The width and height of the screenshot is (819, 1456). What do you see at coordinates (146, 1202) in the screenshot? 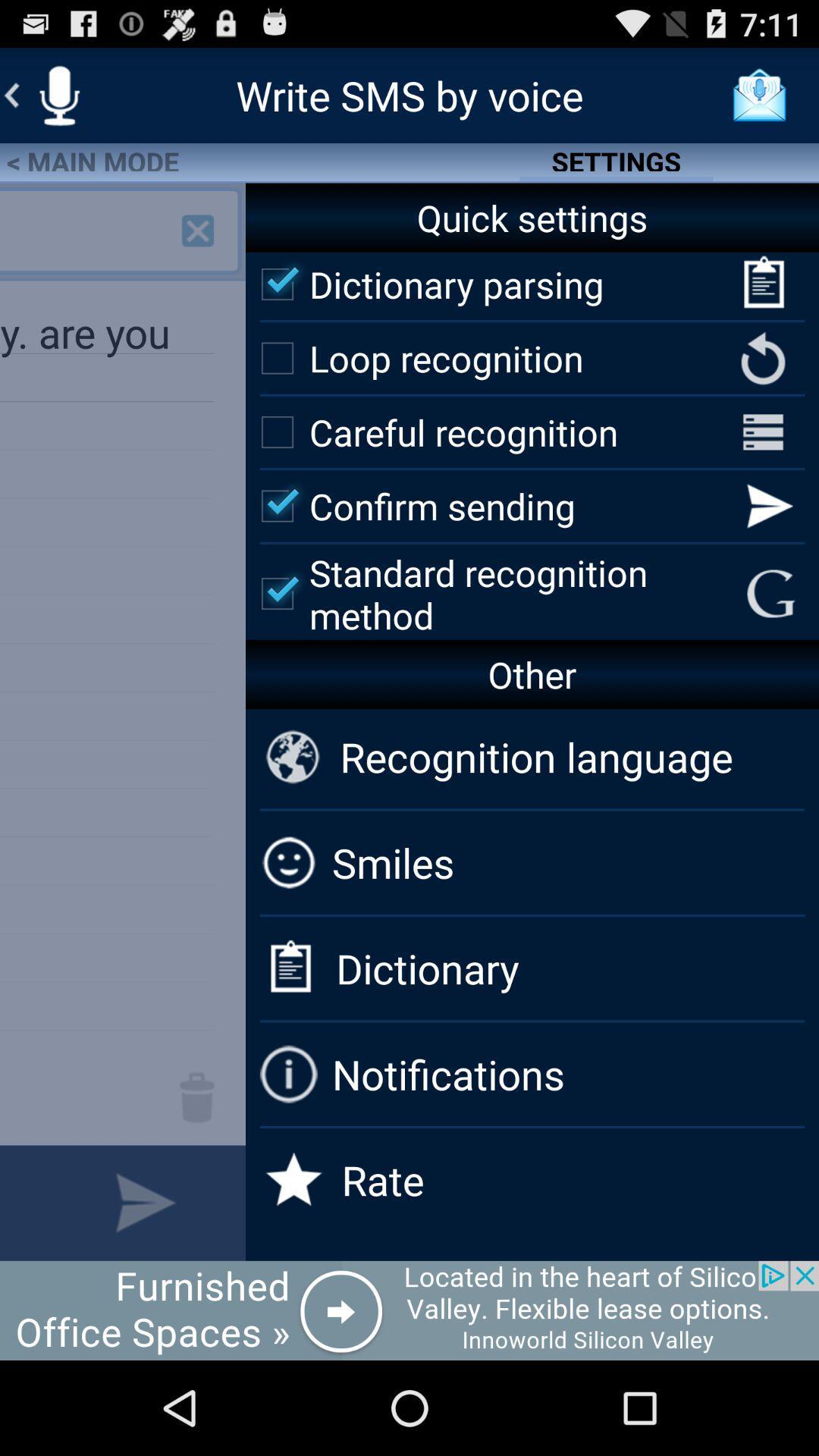
I see `message sending option` at bounding box center [146, 1202].